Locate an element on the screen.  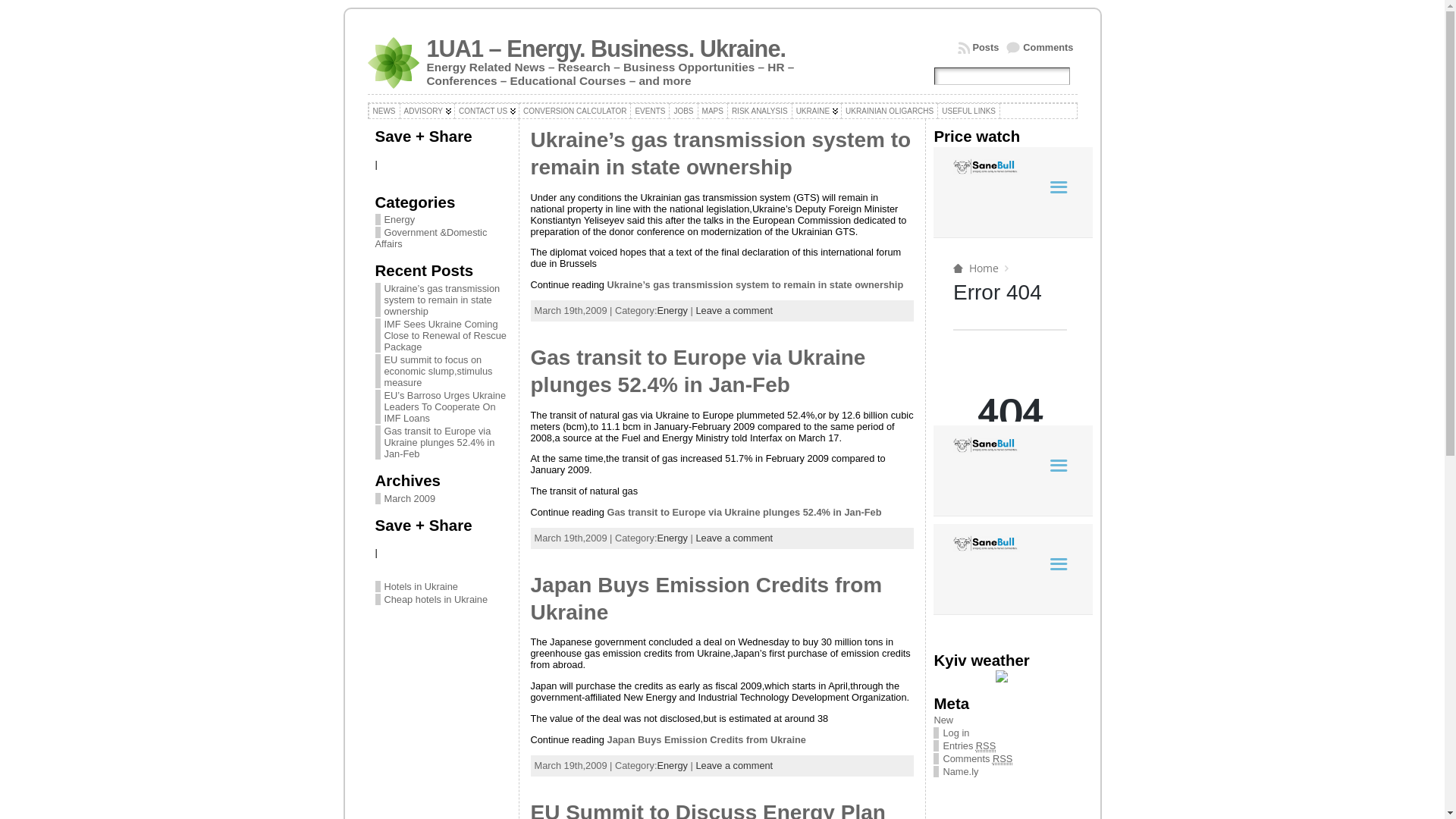
'Name.ly' is located at coordinates (959, 771).